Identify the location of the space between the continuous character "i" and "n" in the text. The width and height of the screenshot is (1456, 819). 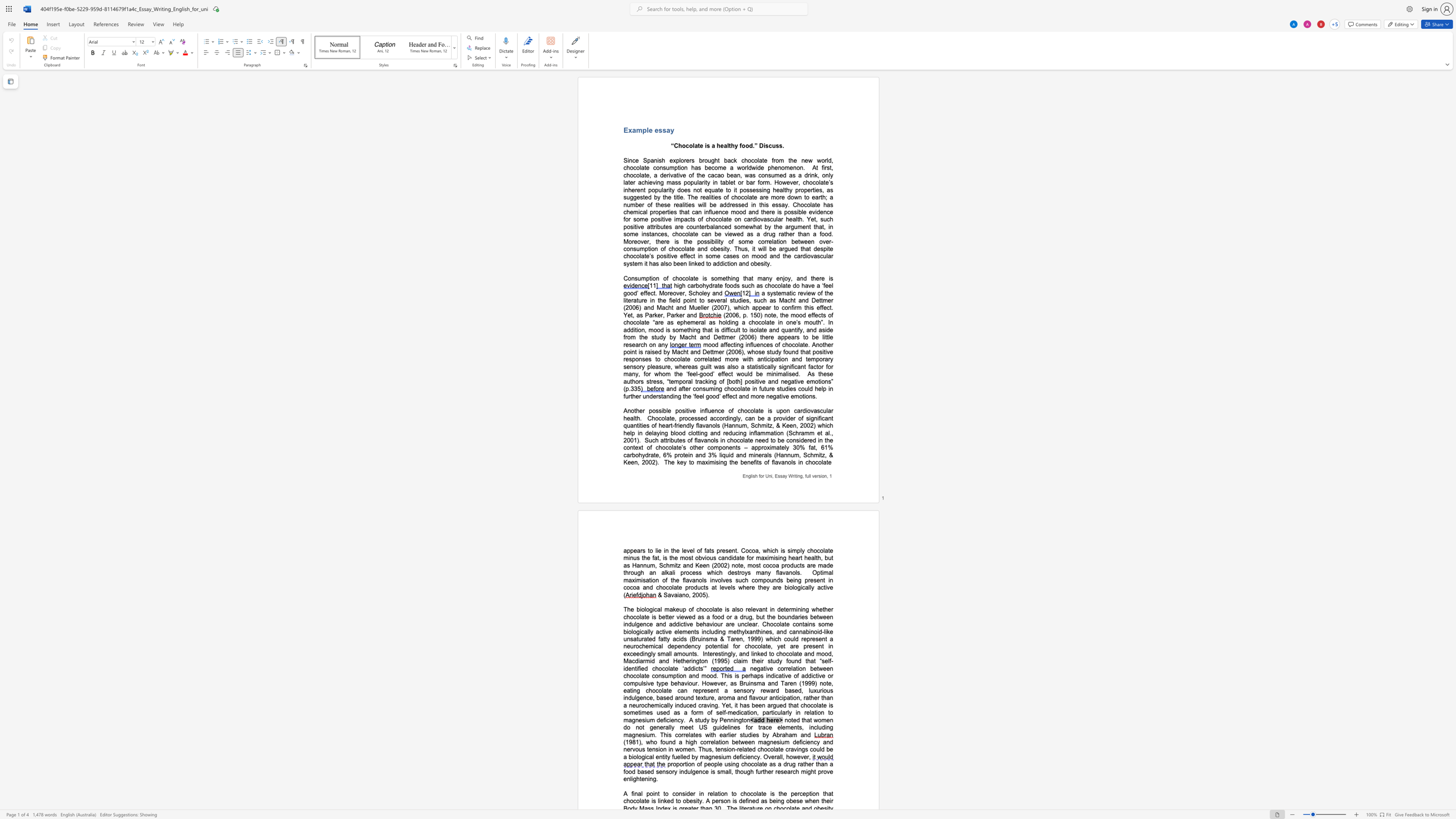
(733, 278).